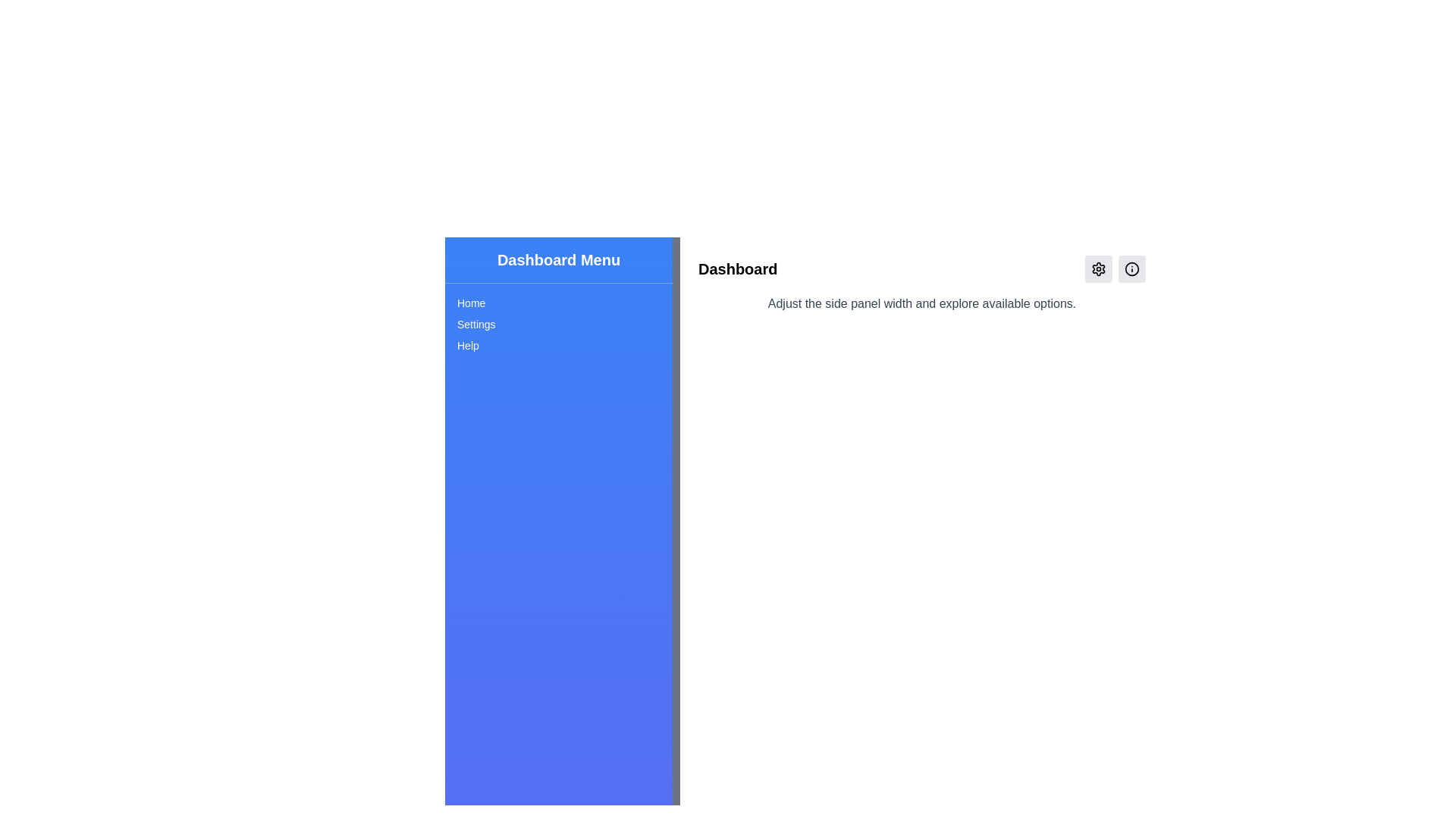 This screenshot has height=819, width=1456. I want to click on the 'Dashboard' text label located at the top center-right area of the interface, which serves as the header for the current section, so click(738, 268).